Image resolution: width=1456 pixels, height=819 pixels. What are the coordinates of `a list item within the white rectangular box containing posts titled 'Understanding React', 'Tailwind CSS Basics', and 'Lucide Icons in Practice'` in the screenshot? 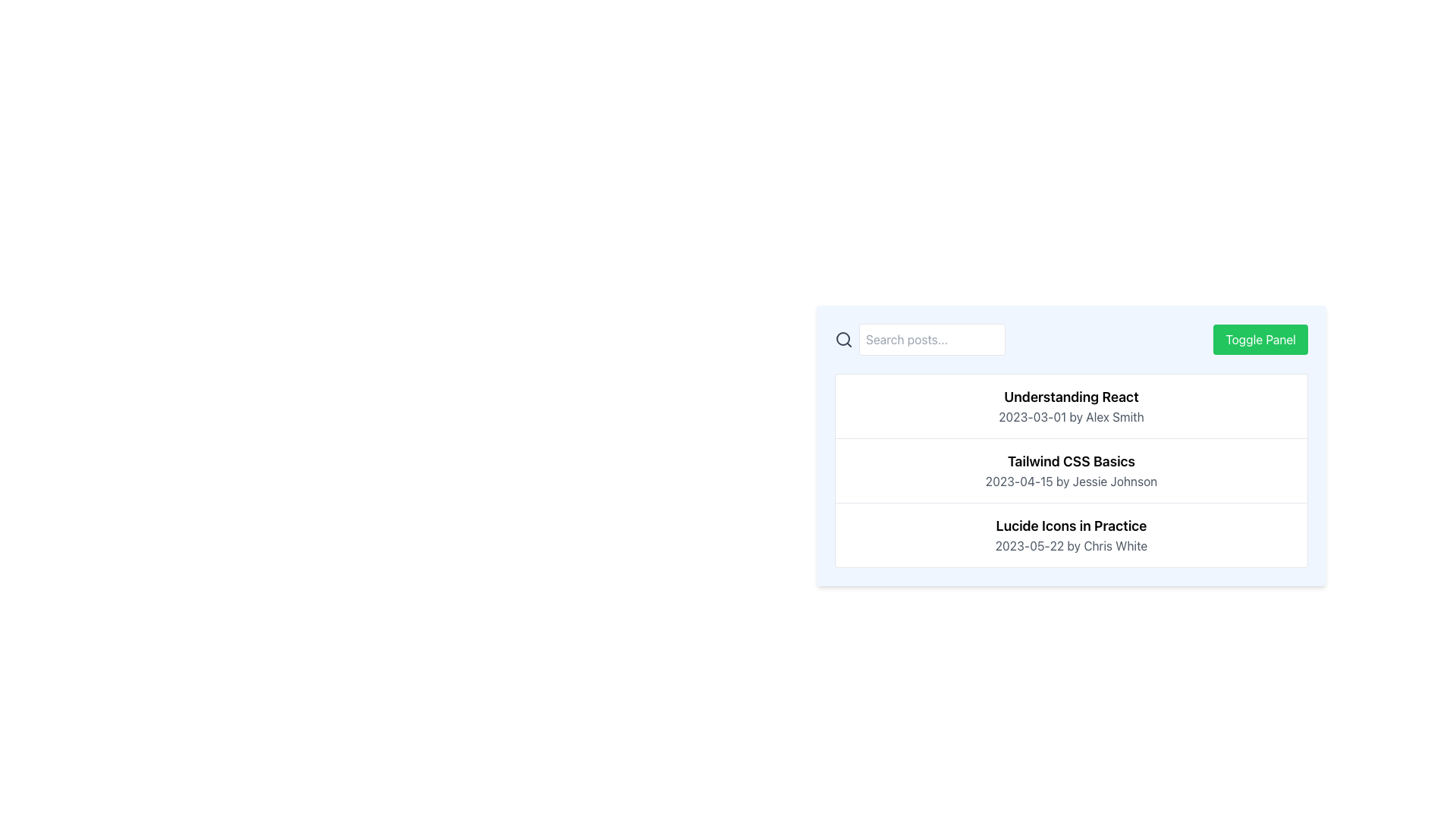 It's located at (1070, 470).